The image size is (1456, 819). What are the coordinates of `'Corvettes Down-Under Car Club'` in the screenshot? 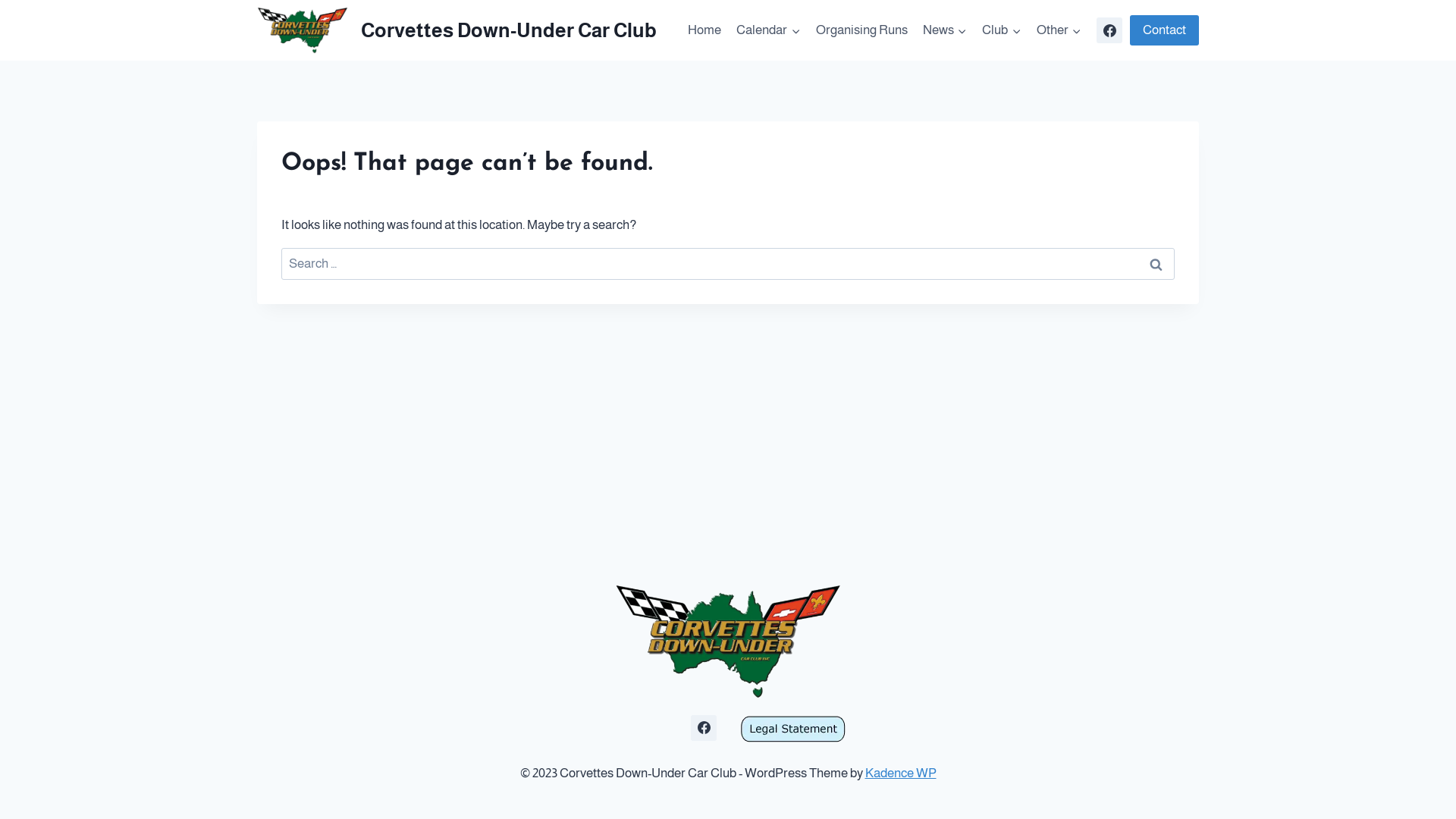 It's located at (456, 30).